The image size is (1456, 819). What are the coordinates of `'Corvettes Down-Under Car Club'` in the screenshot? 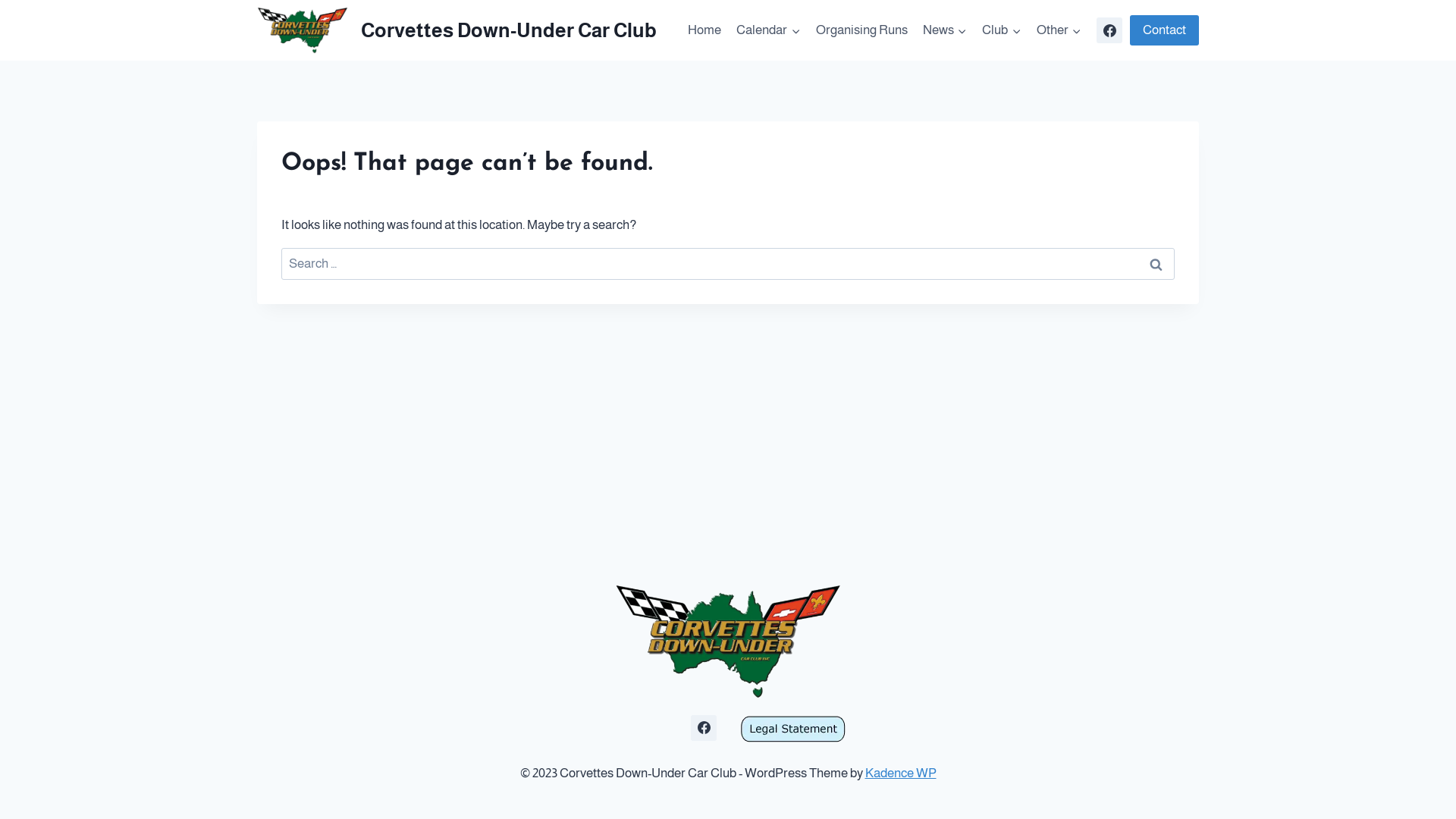 It's located at (456, 30).